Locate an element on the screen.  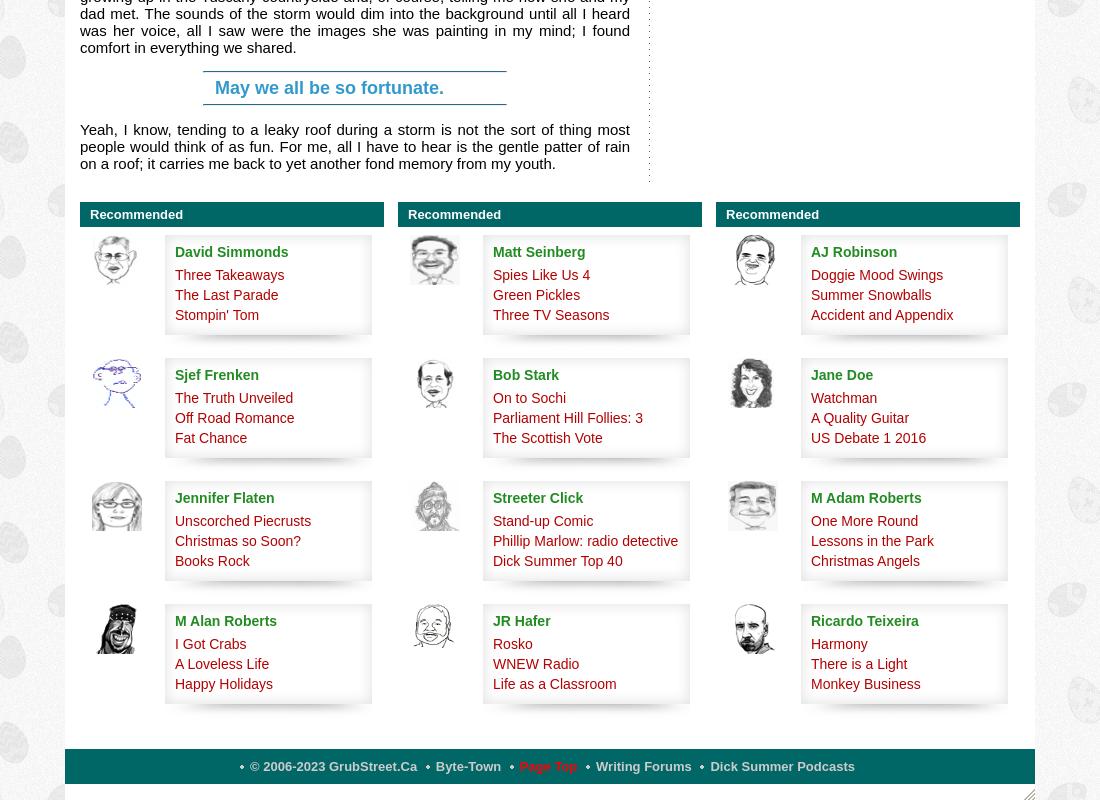
'Unscorched Piecrusts' is located at coordinates (242, 519).